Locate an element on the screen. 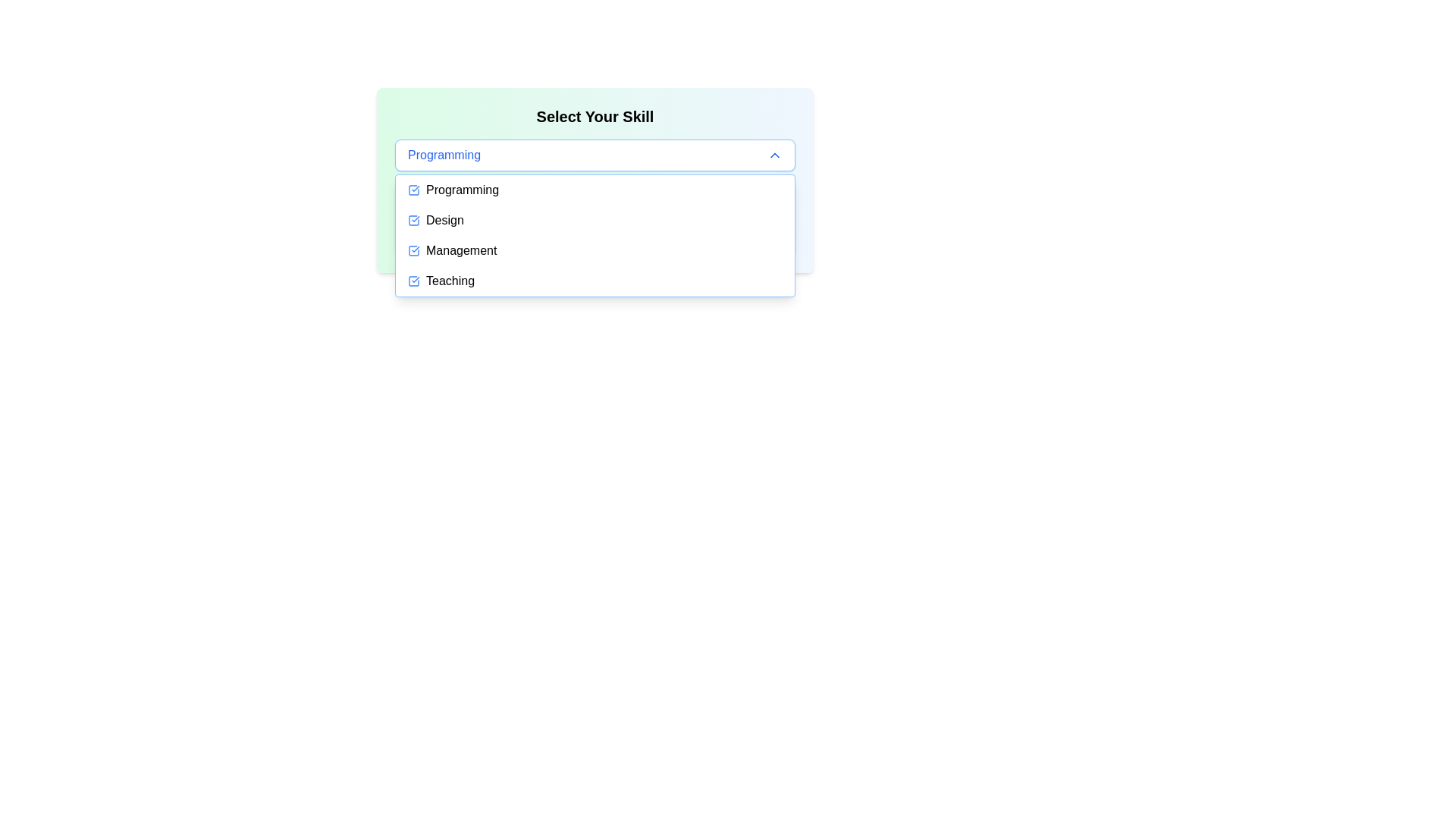 The height and width of the screenshot is (819, 1456). the Checkbox indicating the selection status for the 'Programming' option in the dropdown menu is located at coordinates (414, 189).